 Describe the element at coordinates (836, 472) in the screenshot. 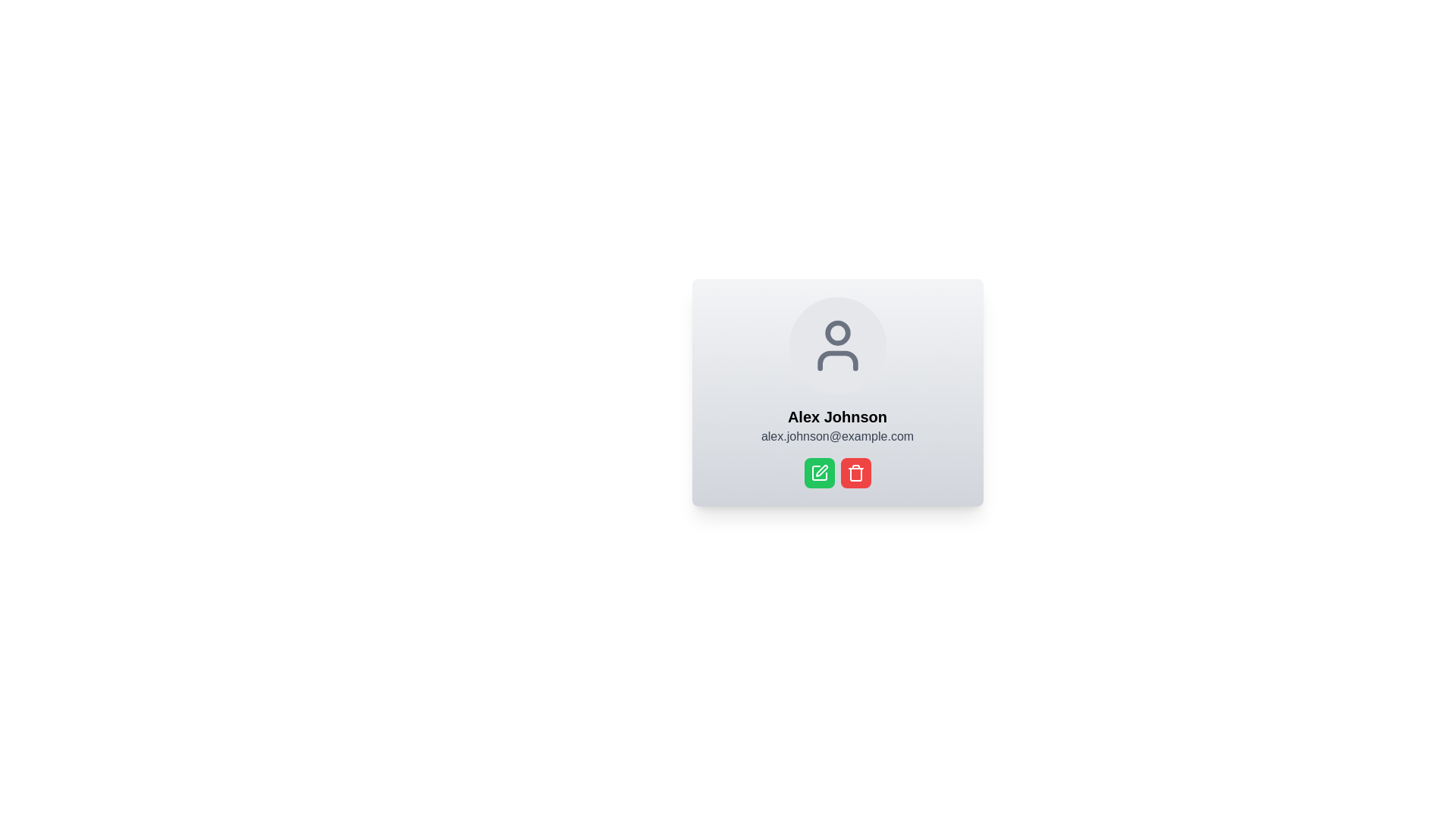

I see `the group of action buttons located below the user's name 'Alex Johnson' and email 'alex.johnson@example.com'` at that location.